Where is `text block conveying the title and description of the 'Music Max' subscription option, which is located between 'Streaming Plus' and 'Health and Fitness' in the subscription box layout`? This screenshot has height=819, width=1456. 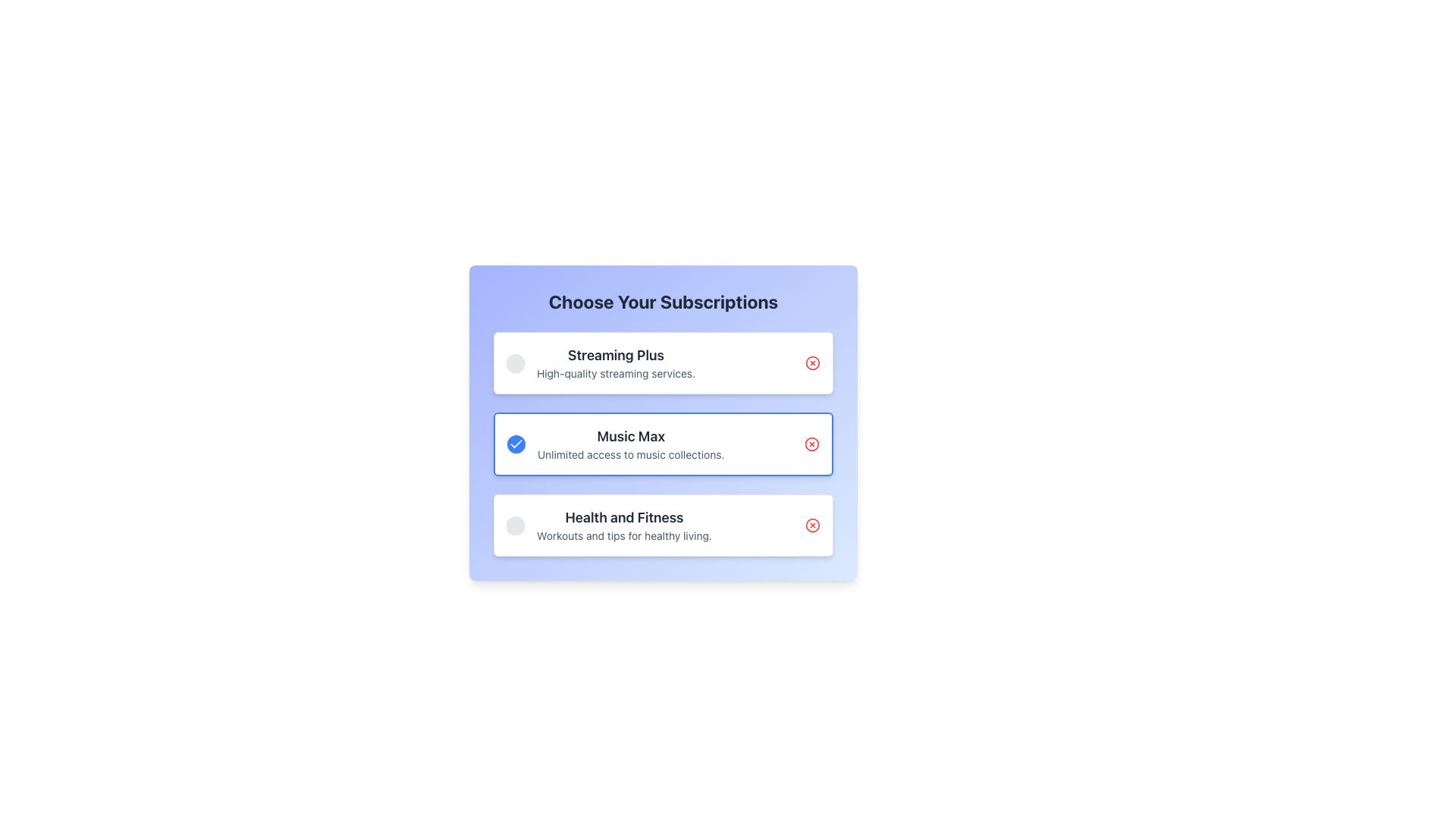 text block conveying the title and description of the 'Music Max' subscription option, which is located between 'Streaming Plus' and 'Health and Fitness' in the subscription box layout is located at coordinates (631, 444).